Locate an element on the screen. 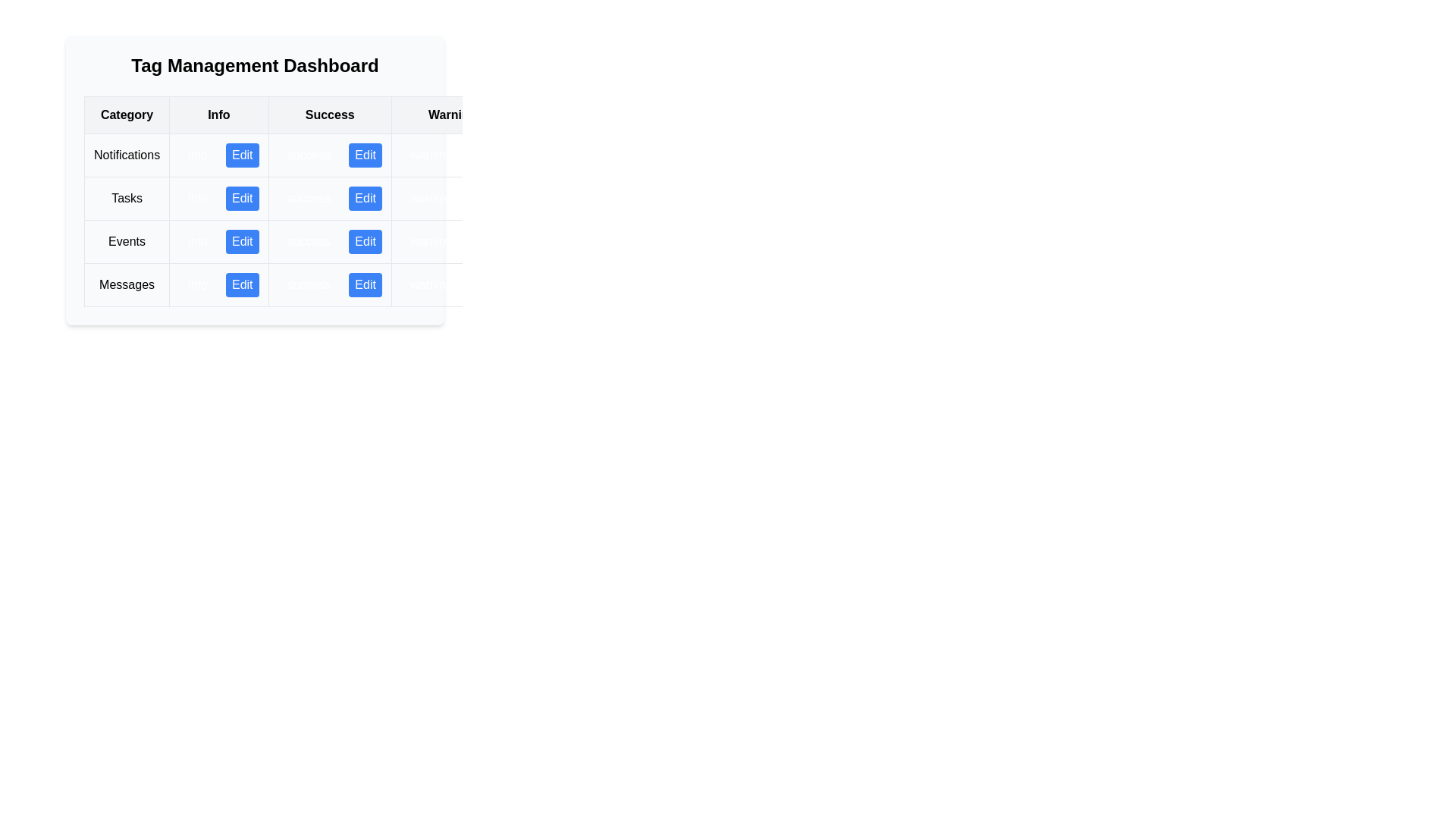  the 'success' status tag in the 'Tasks' row under the 'Success' column of the 'Tag Management Dashboard' is located at coordinates (329, 198).